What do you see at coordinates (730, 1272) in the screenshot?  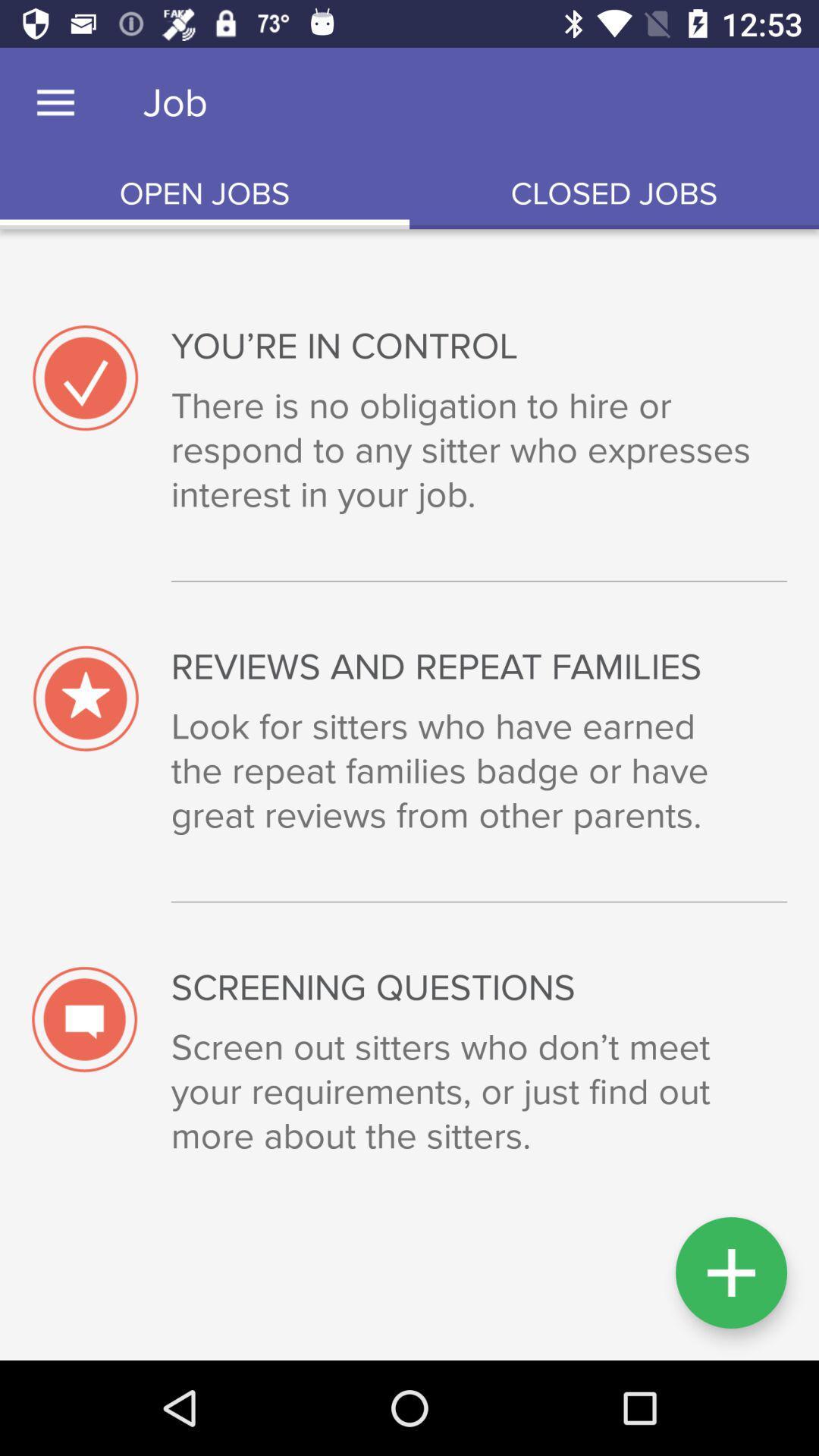 I see `button to add something` at bounding box center [730, 1272].